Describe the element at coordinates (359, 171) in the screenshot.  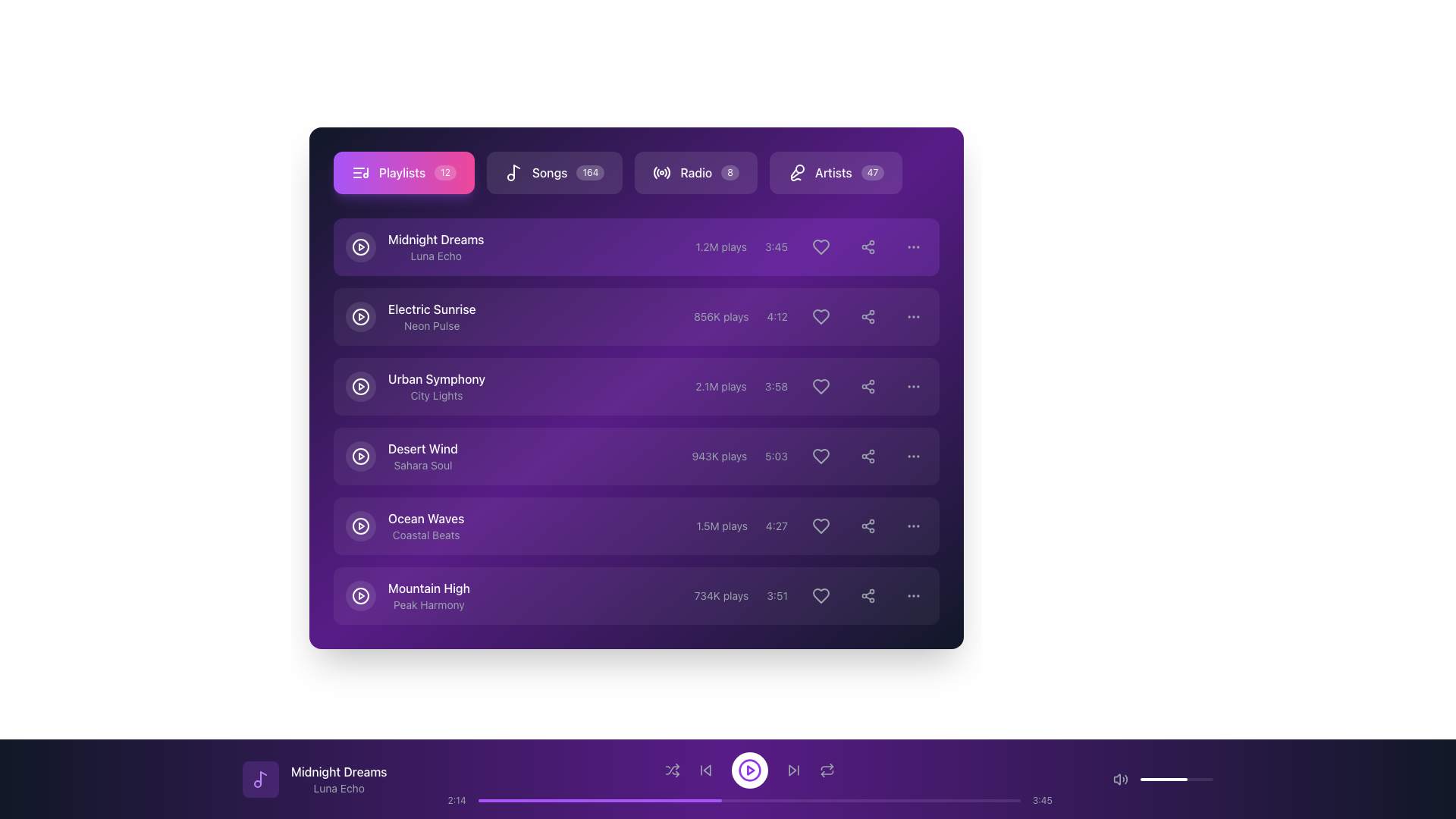
I see `the decorative and identifying icon for the 'Playlists' section located in the top-left corner of the interface, which is positioned to the left of the text 'Playlists'` at that location.